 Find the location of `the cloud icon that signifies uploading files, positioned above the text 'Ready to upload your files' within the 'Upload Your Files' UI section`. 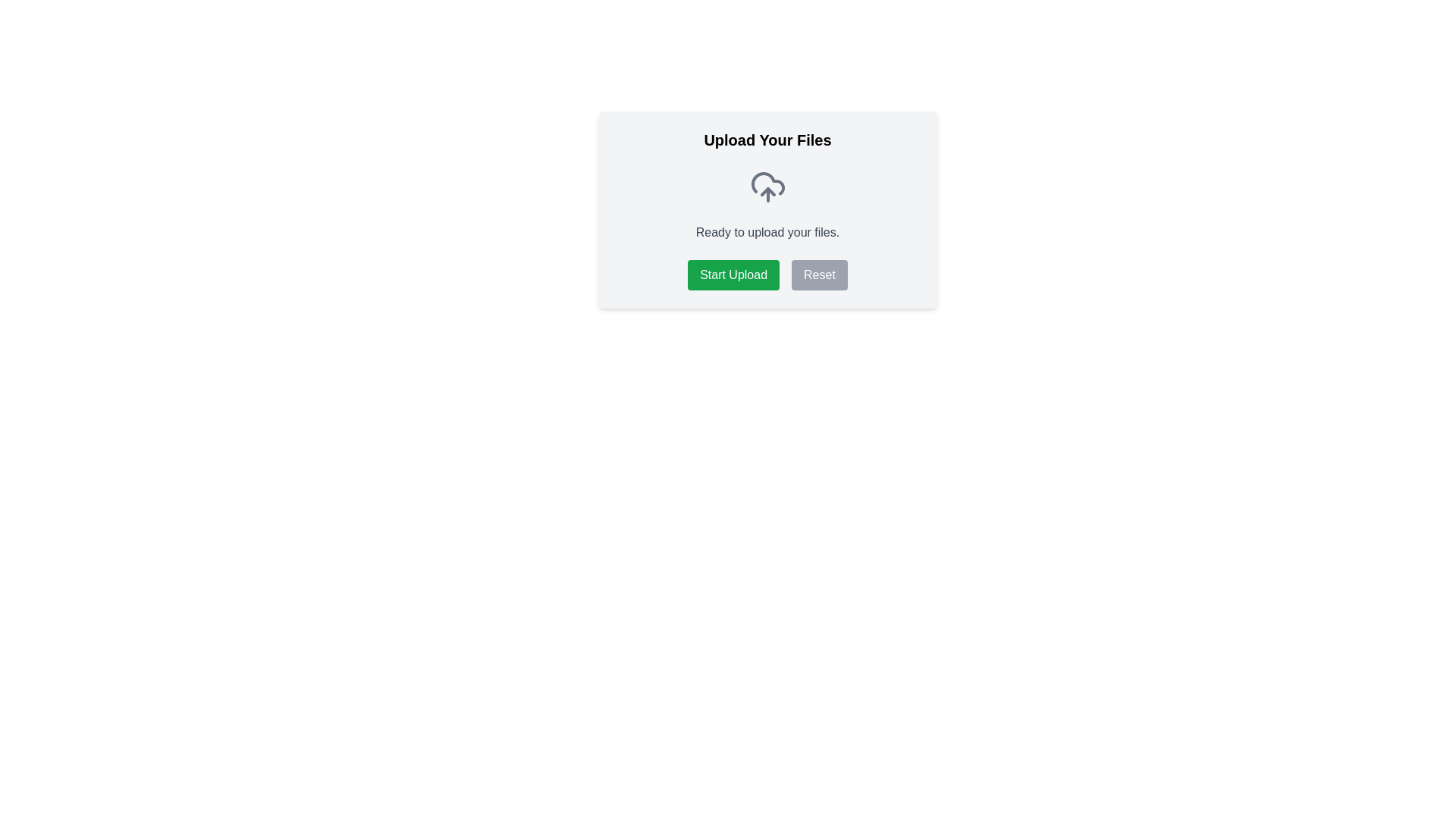

the cloud icon that signifies uploading files, positioned above the text 'Ready to upload your files' within the 'Upload Your Files' UI section is located at coordinates (767, 183).